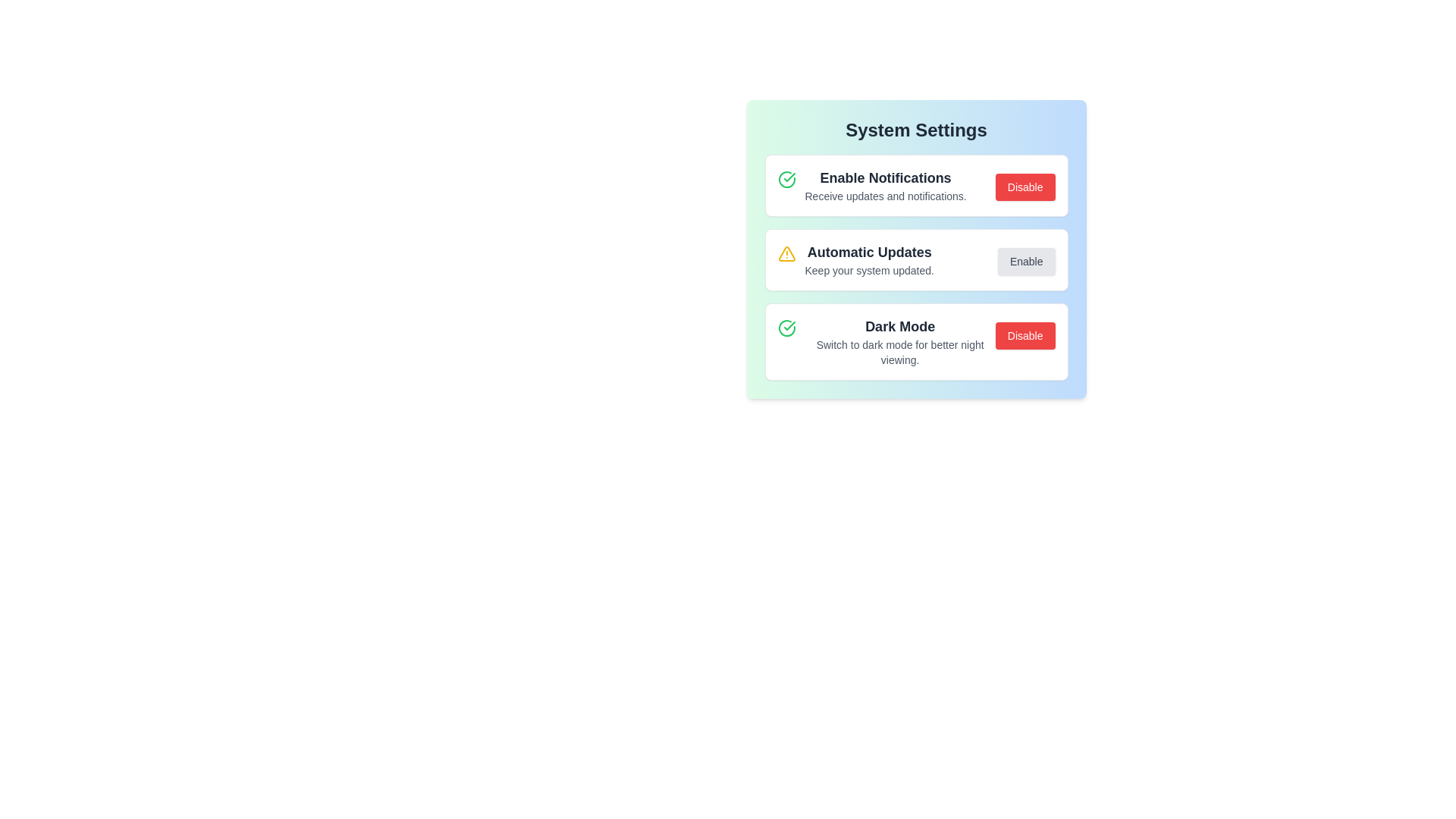 The image size is (1456, 819). Describe the element at coordinates (915, 130) in the screenshot. I see `the header text 'System Settings'` at that location.